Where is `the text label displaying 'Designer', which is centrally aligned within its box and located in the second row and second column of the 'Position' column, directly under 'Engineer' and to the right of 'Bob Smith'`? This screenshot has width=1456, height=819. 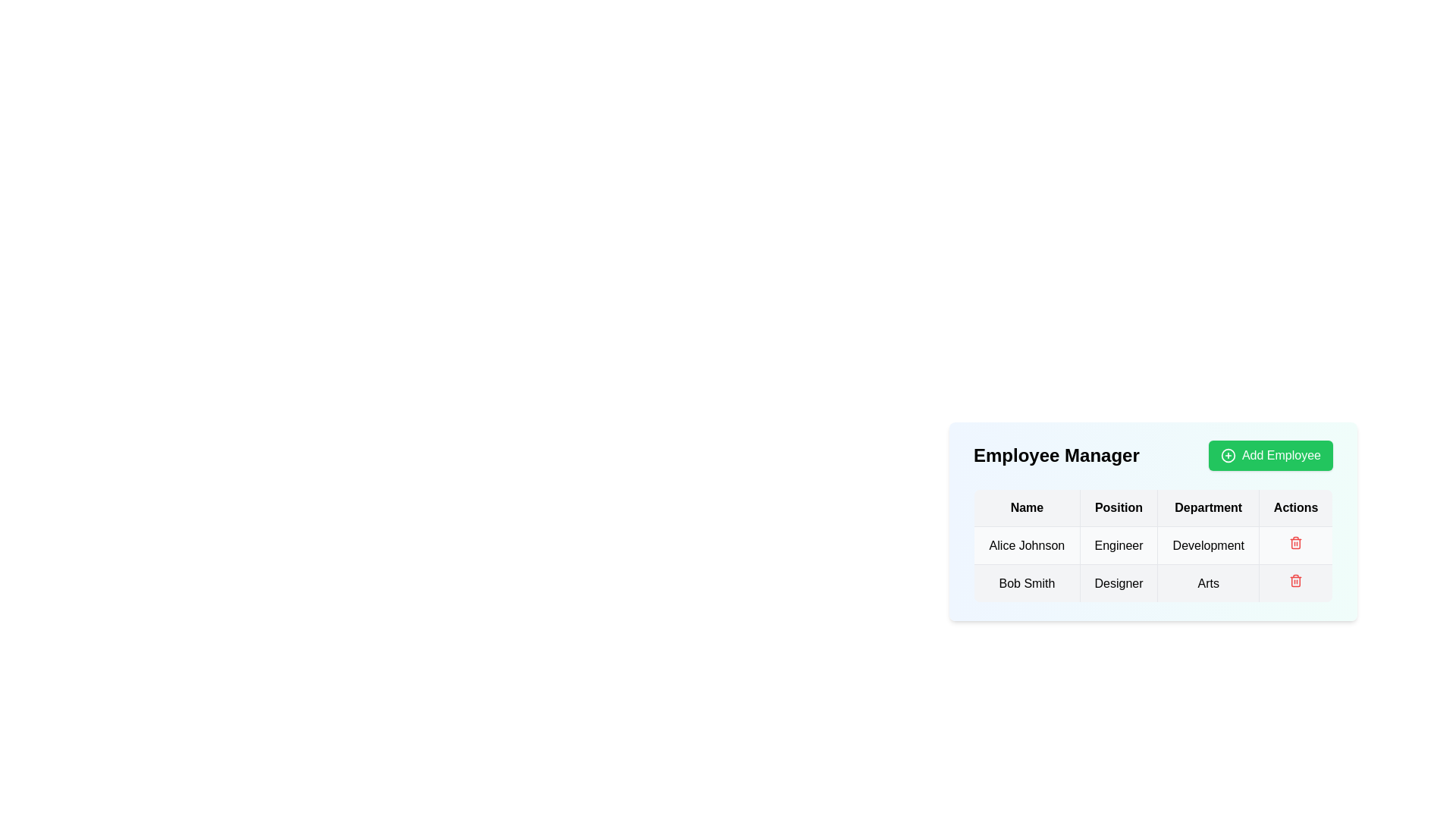 the text label displaying 'Designer', which is centrally aligned within its box and located in the second row and second column of the 'Position' column, directly under 'Engineer' and to the right of 'Bob Smith' is located at coordinates (1119, 582).